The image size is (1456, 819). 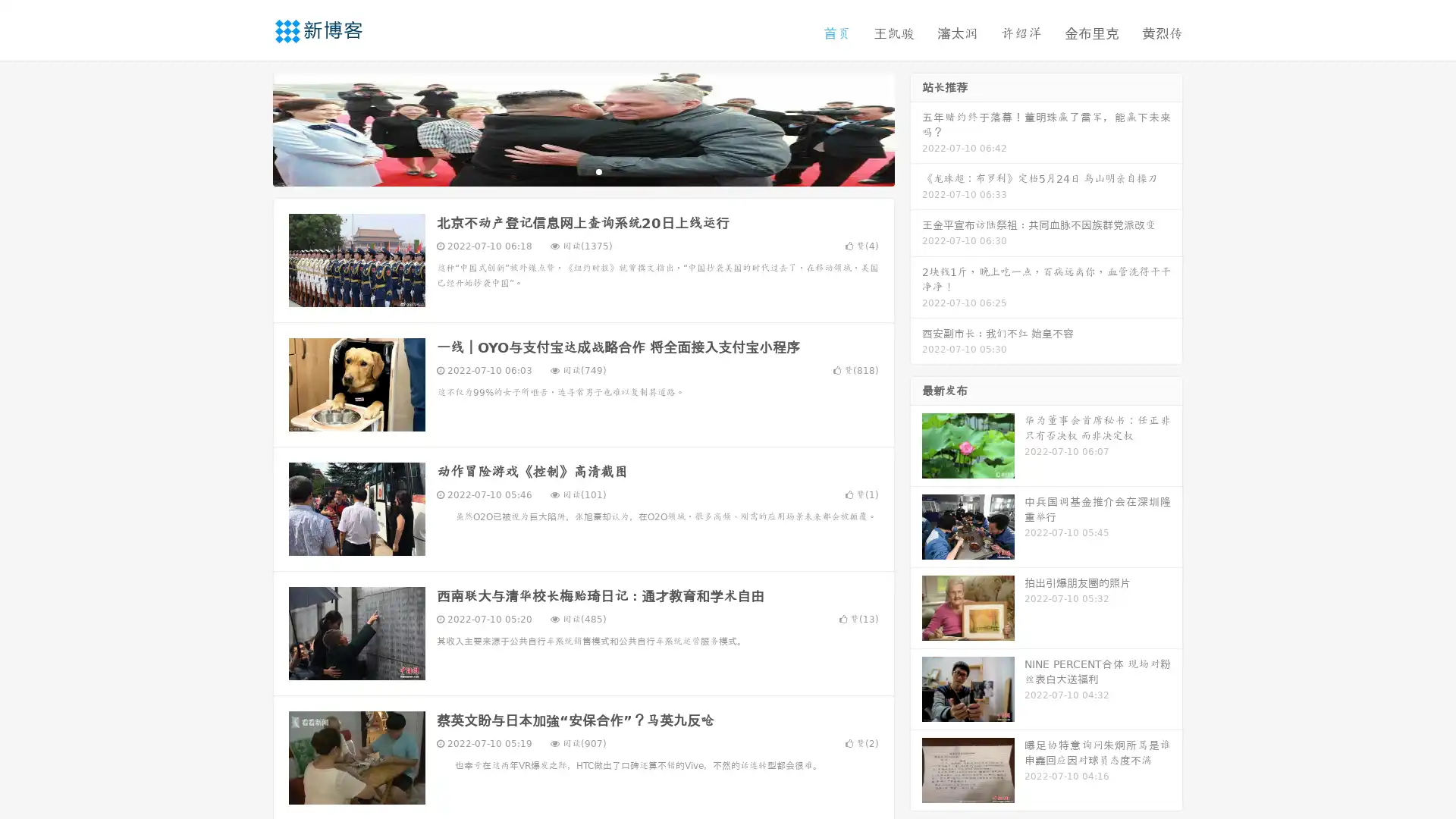 I want to click on Go to slide 3, so click(x=598, y=171).